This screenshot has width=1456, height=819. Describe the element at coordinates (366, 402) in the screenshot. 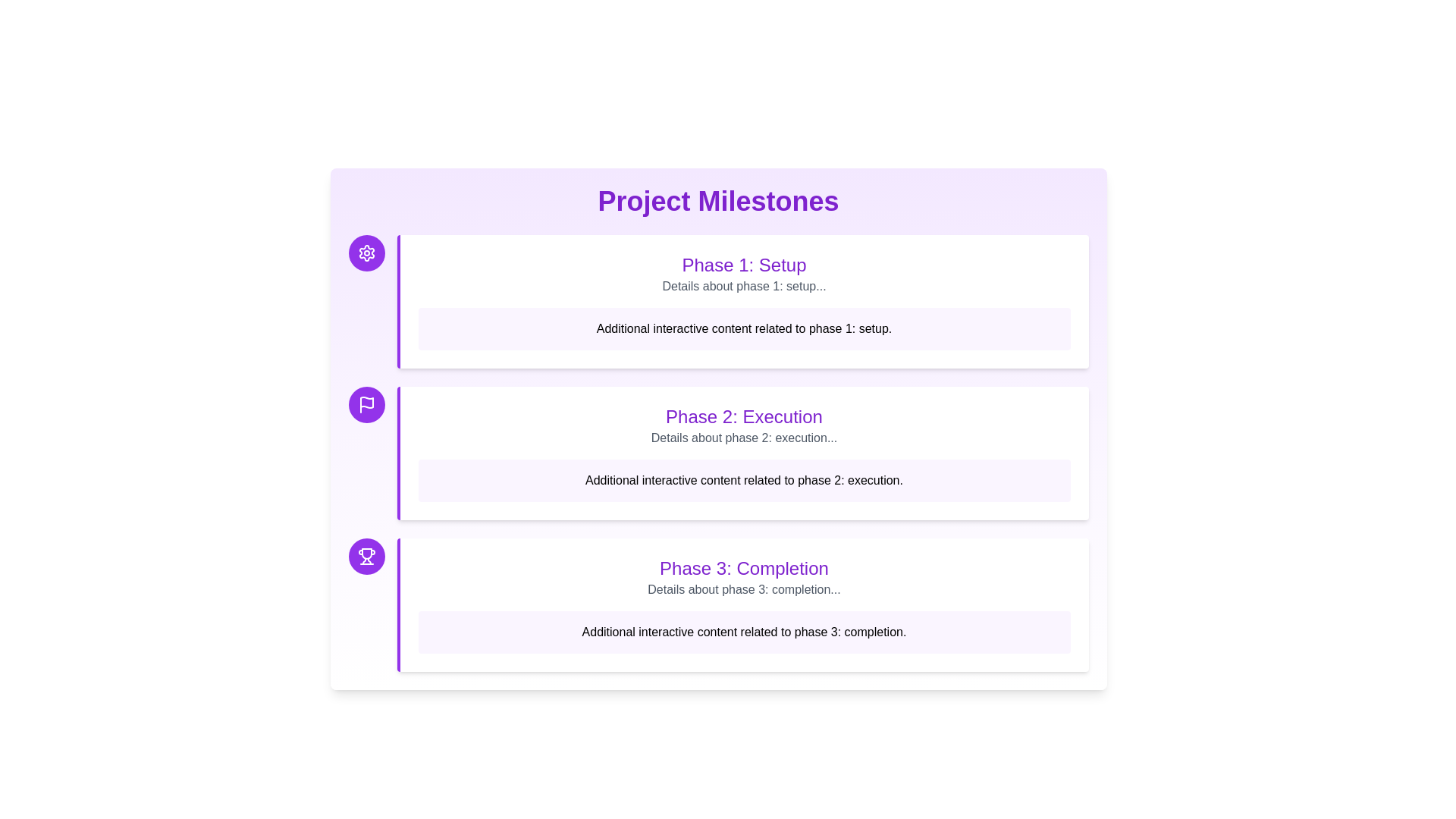

I see `the purple flag icon located next to the 'Phase 2: Execution' milestone in the timeline interface` at that location.